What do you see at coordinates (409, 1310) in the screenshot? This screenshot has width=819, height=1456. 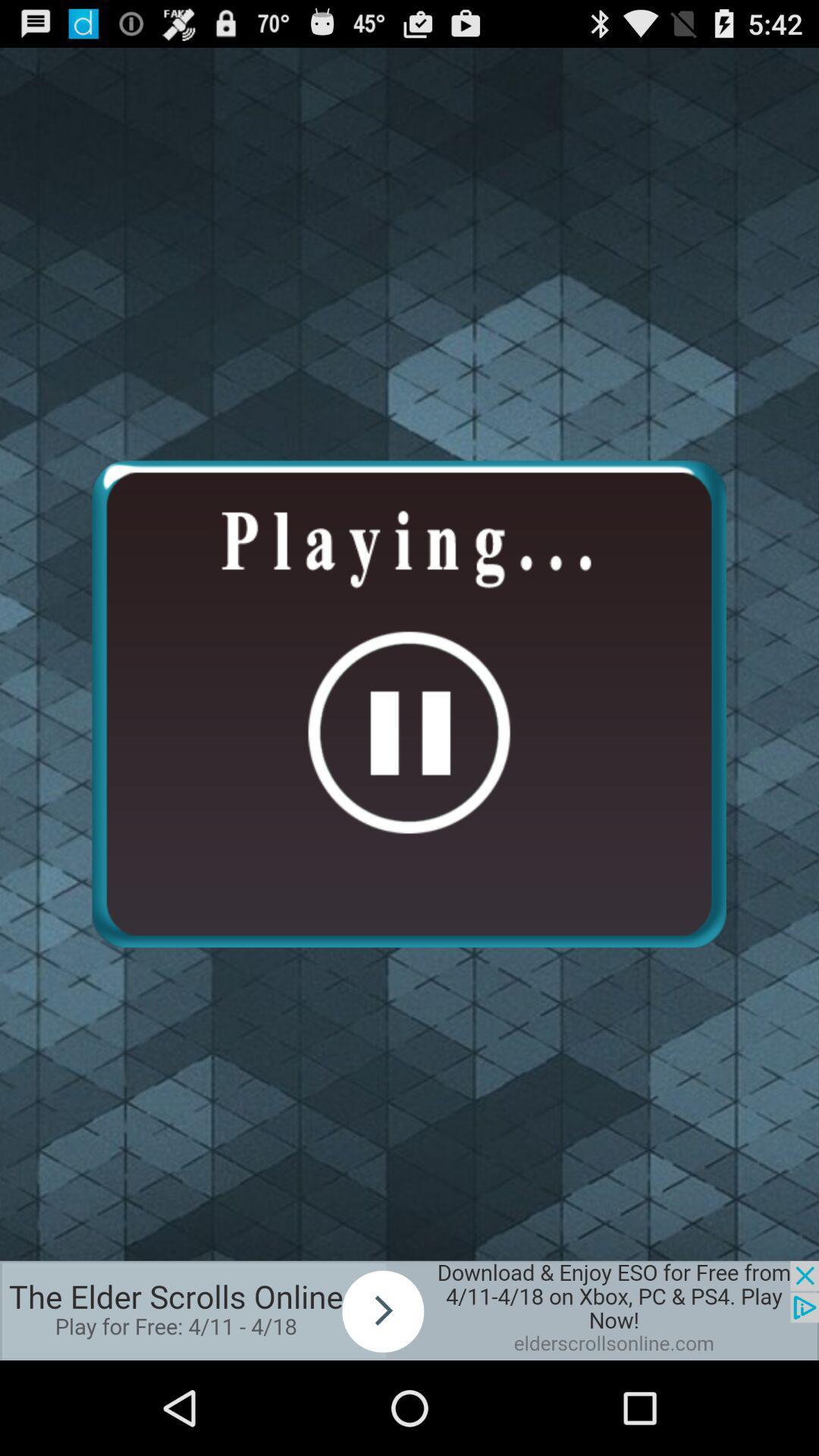 I see `open advertisement` at bounding box center [409, 1310].